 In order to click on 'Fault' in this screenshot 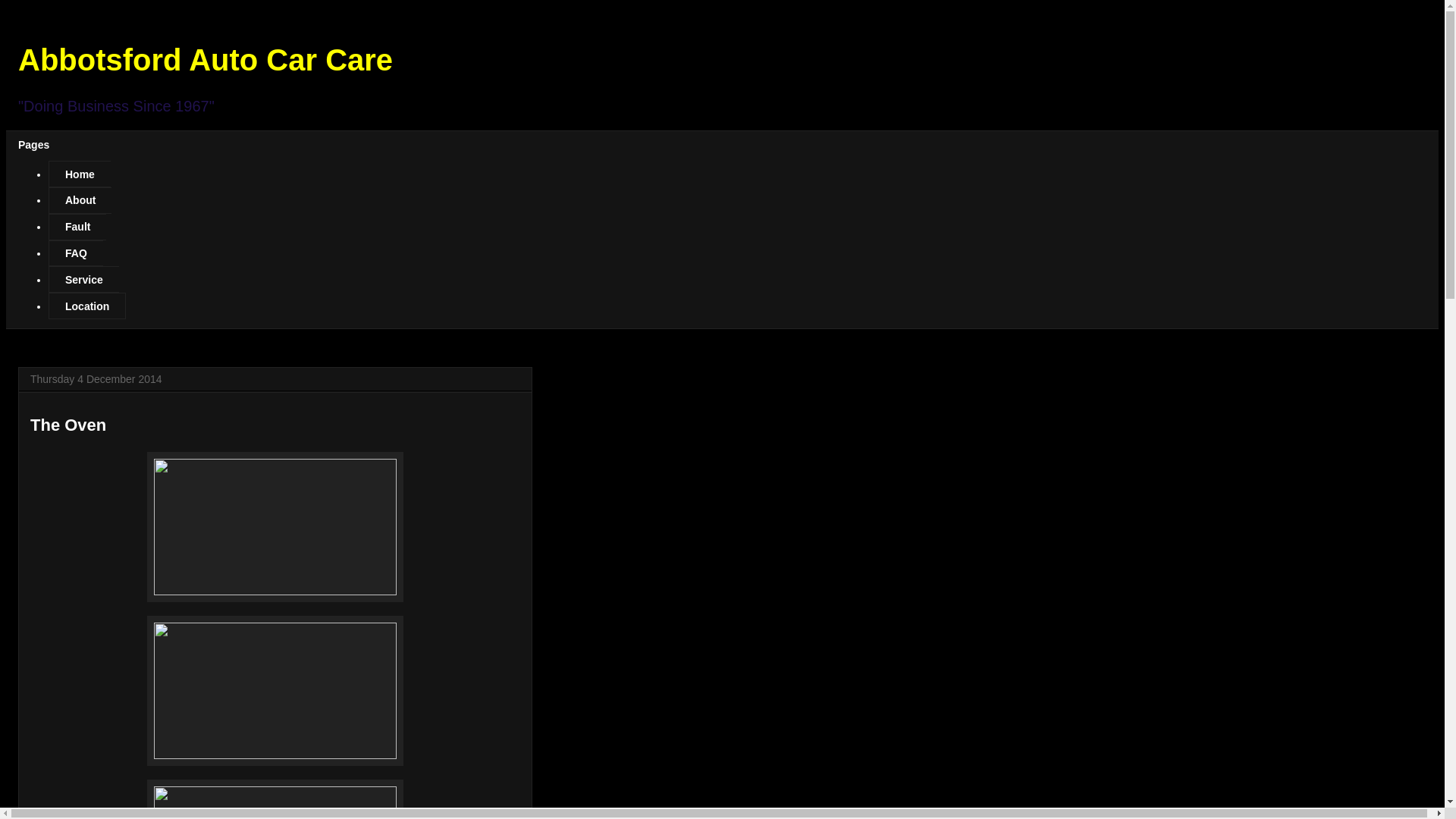, I will do `click(48, 227)`.